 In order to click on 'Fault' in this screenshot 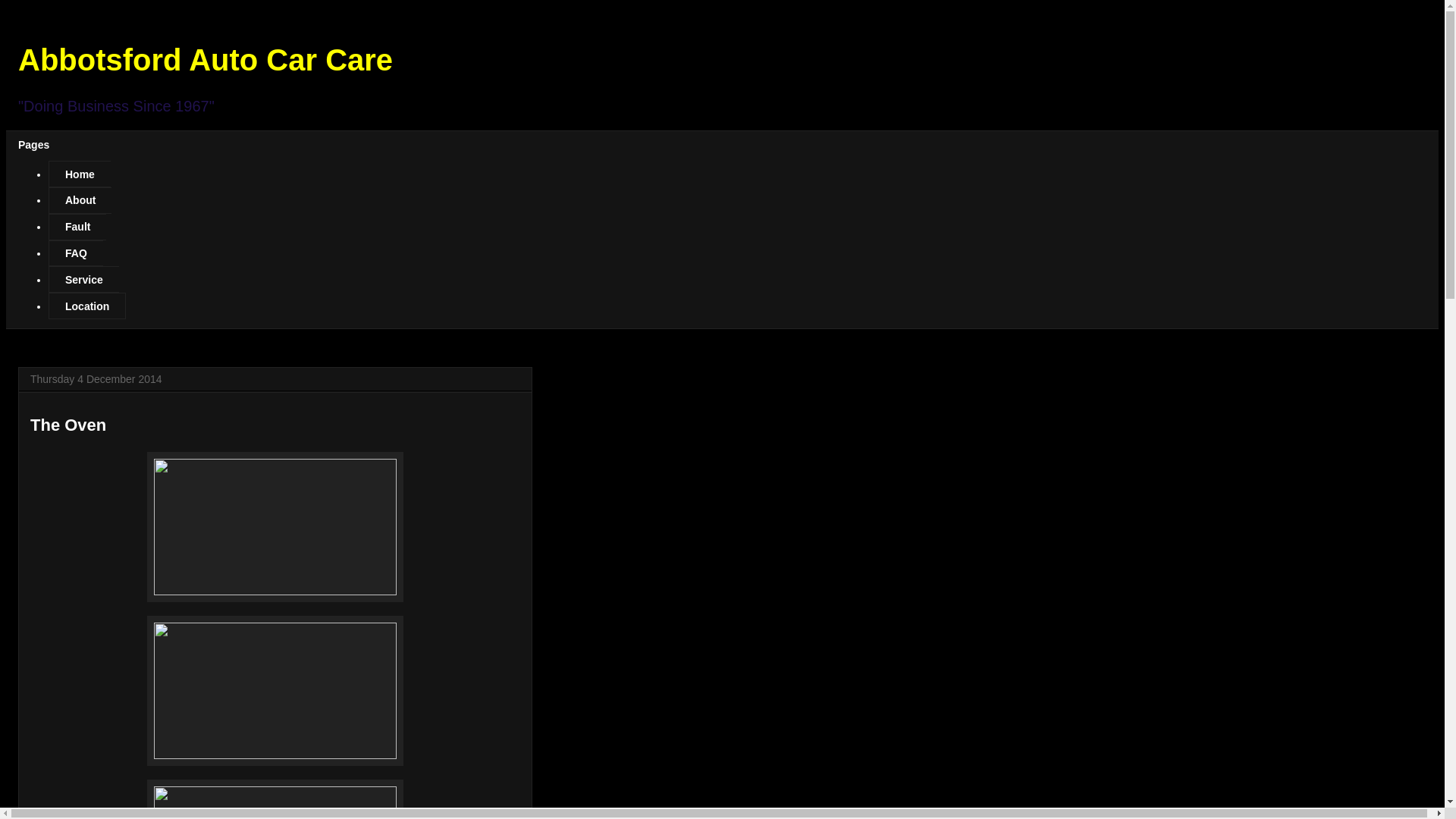, I will do `click(48, 227)`.